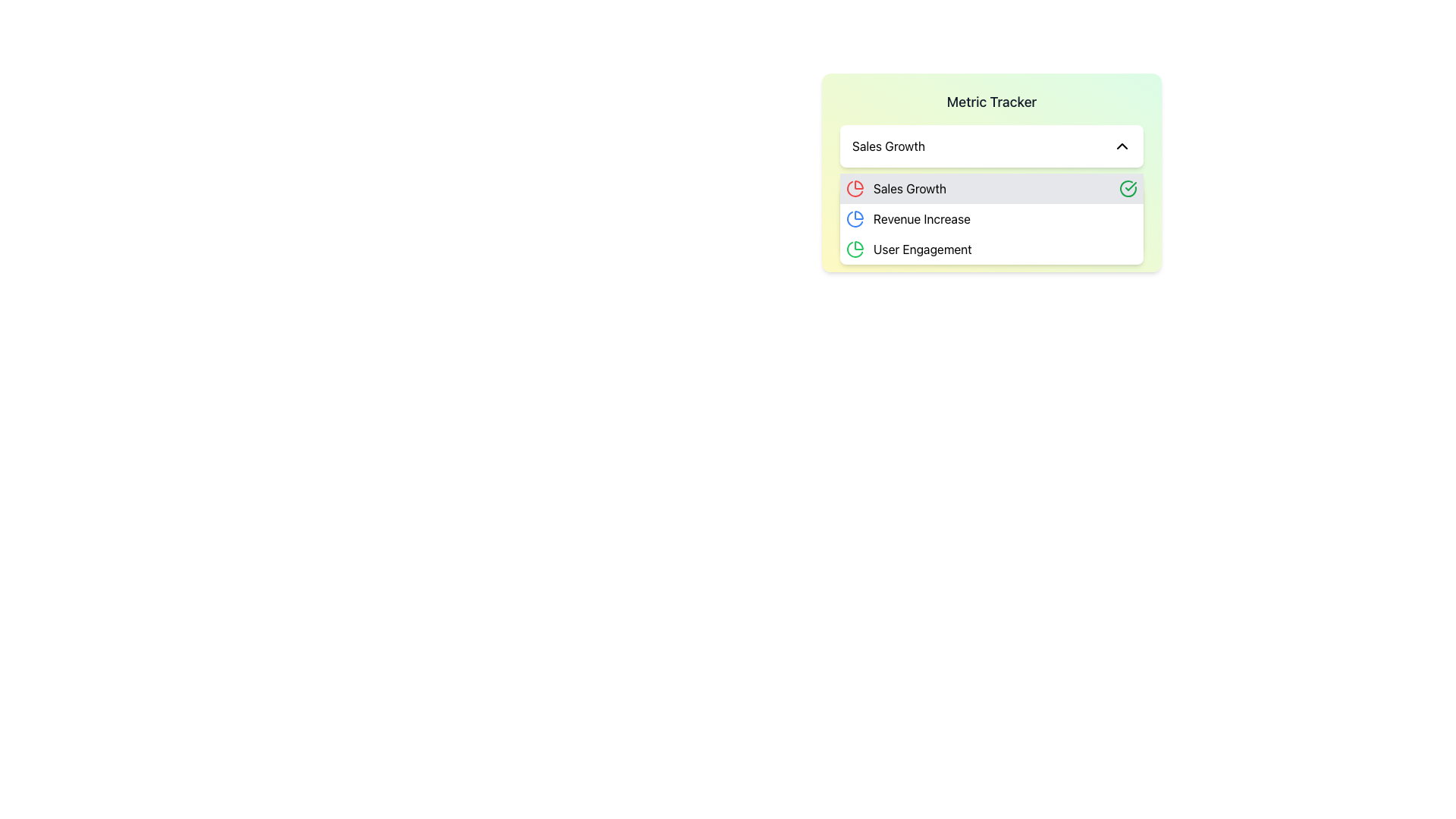 The height and width of the screenshot is (819, 1456). I want to click on the collapse icon located to the right of the text 'Sales Growth' in the 'Metric Tracker' card, so click(1122, 146).